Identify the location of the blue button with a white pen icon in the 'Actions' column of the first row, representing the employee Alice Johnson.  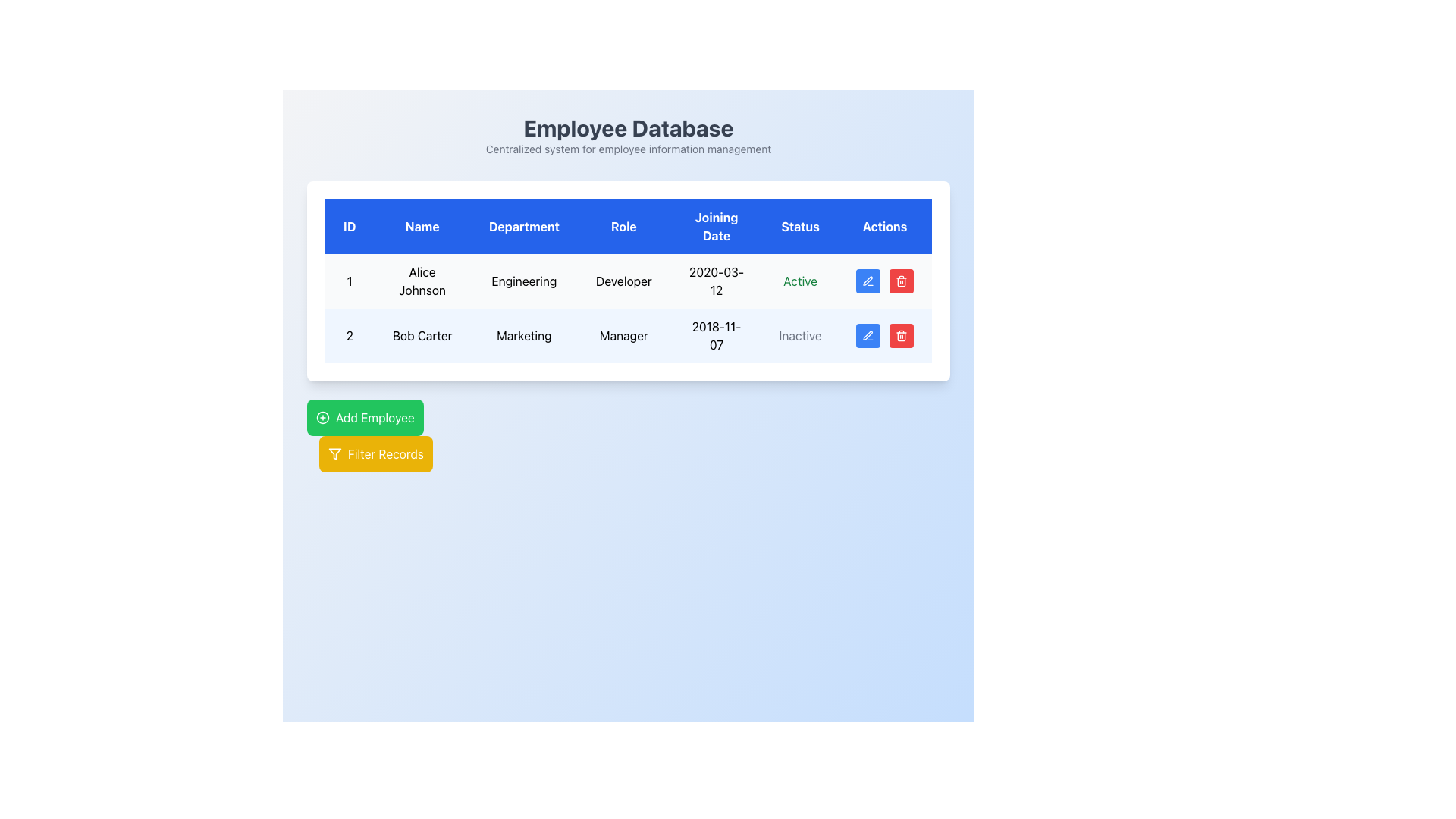
(868, 281).